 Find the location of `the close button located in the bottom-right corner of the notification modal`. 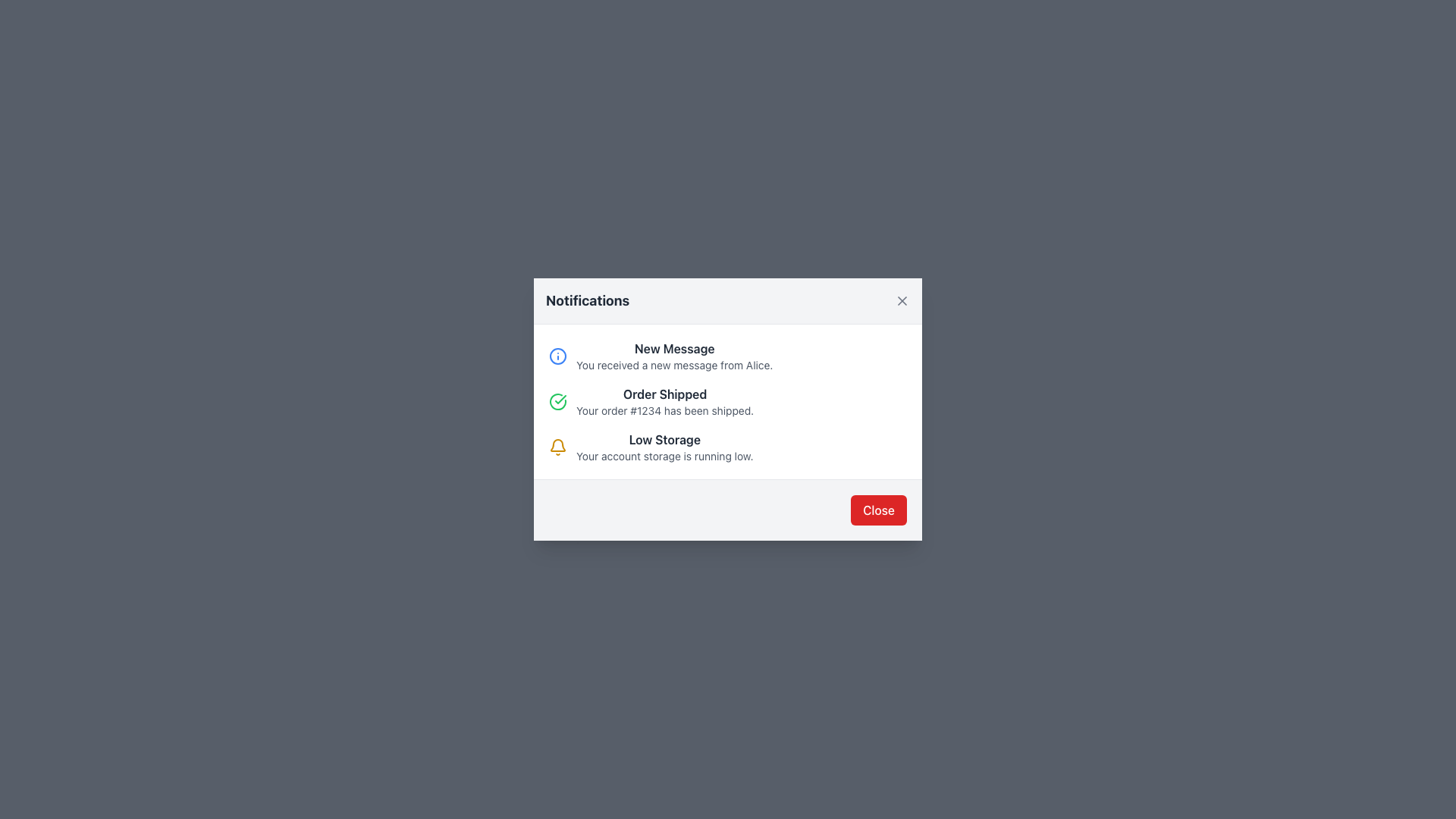

the close button located in the bottom-right corner of the notification modal is located at coordinates (879, 510).